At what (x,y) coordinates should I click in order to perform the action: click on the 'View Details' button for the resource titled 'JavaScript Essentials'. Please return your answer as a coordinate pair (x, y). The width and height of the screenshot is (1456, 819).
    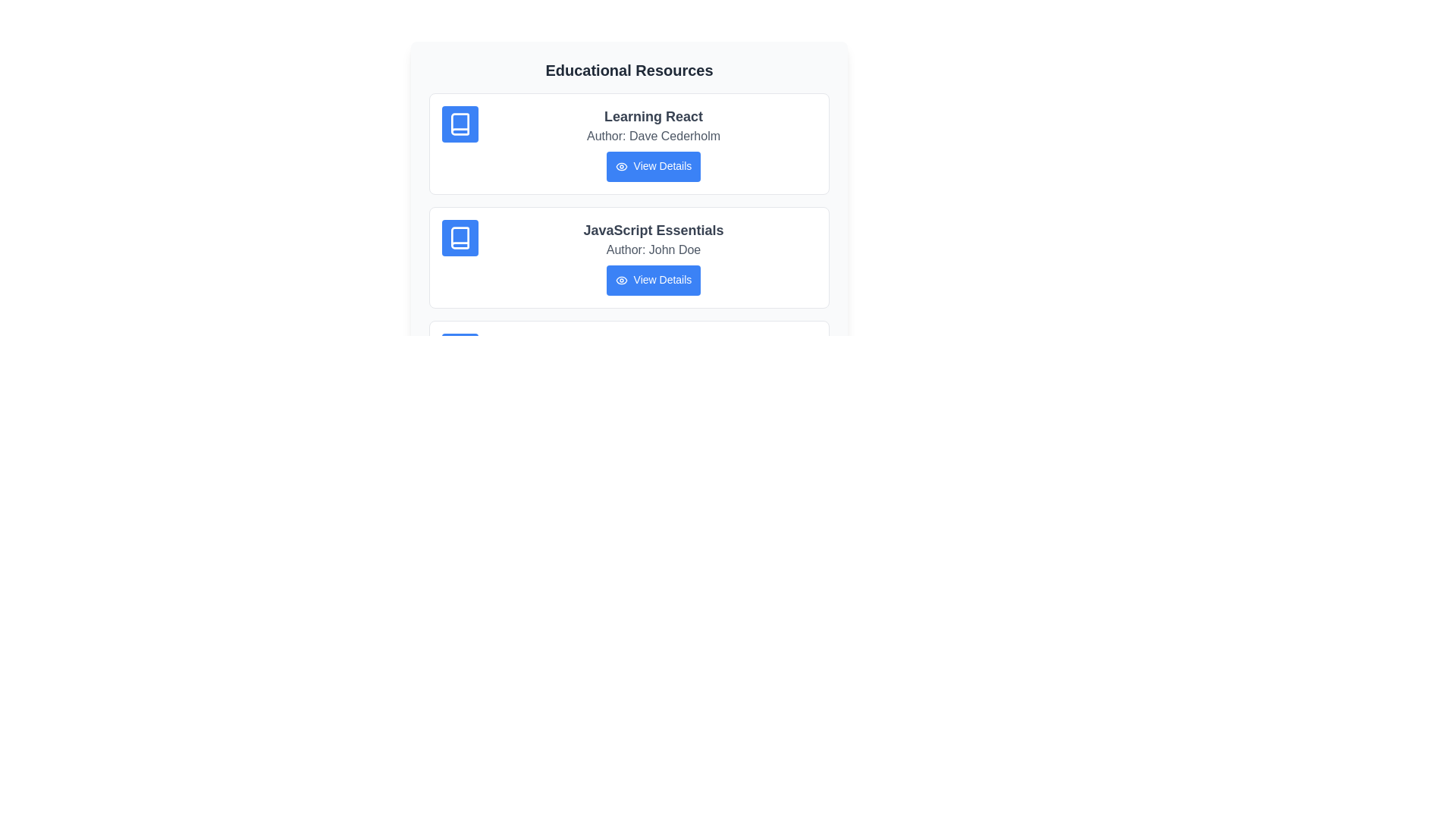
    Looking at the image, I should click on (654, 281).